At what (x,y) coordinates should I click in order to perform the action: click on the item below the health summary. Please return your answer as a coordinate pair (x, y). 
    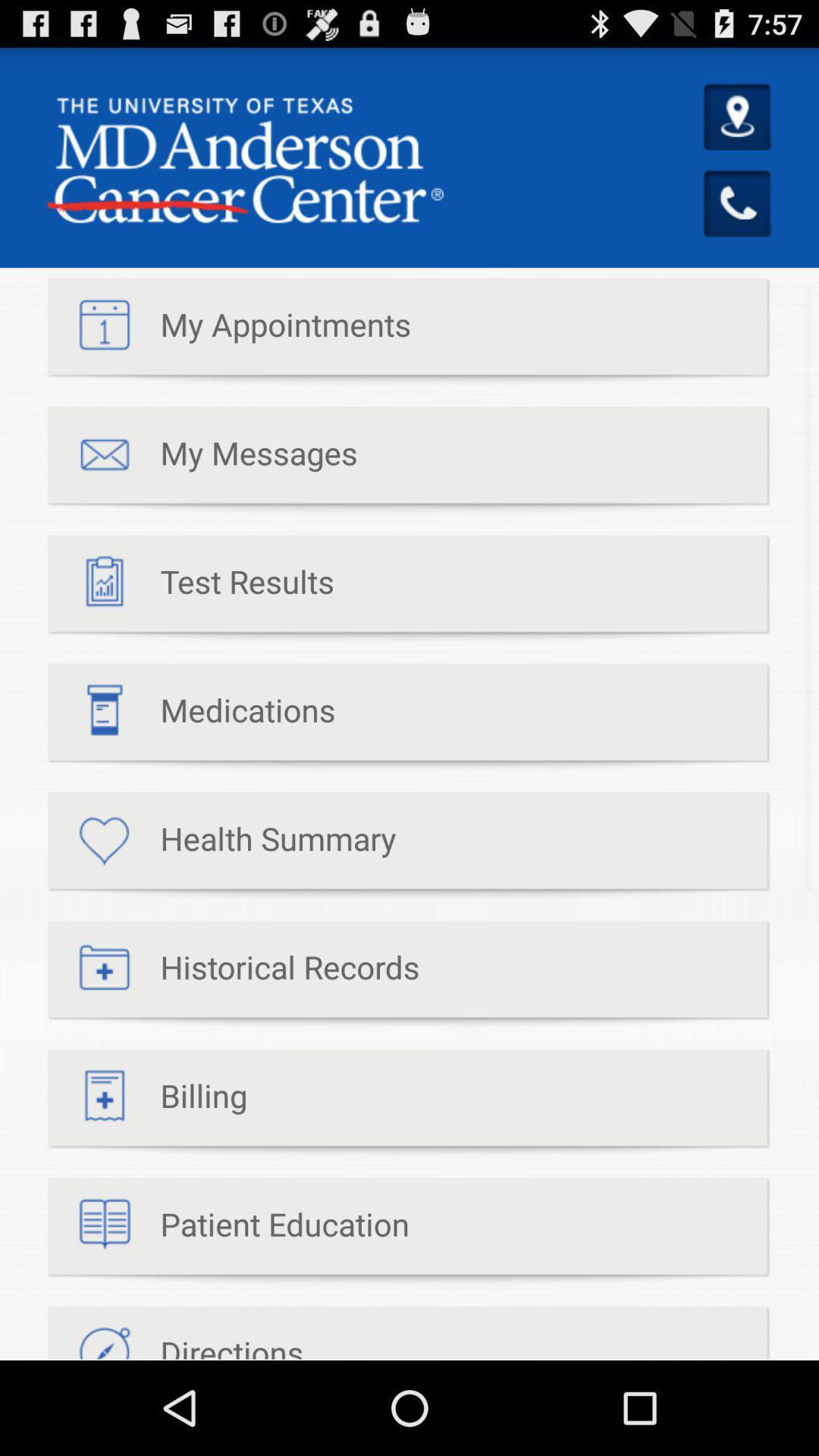
    Looking at the image, I should click on (234, 974).